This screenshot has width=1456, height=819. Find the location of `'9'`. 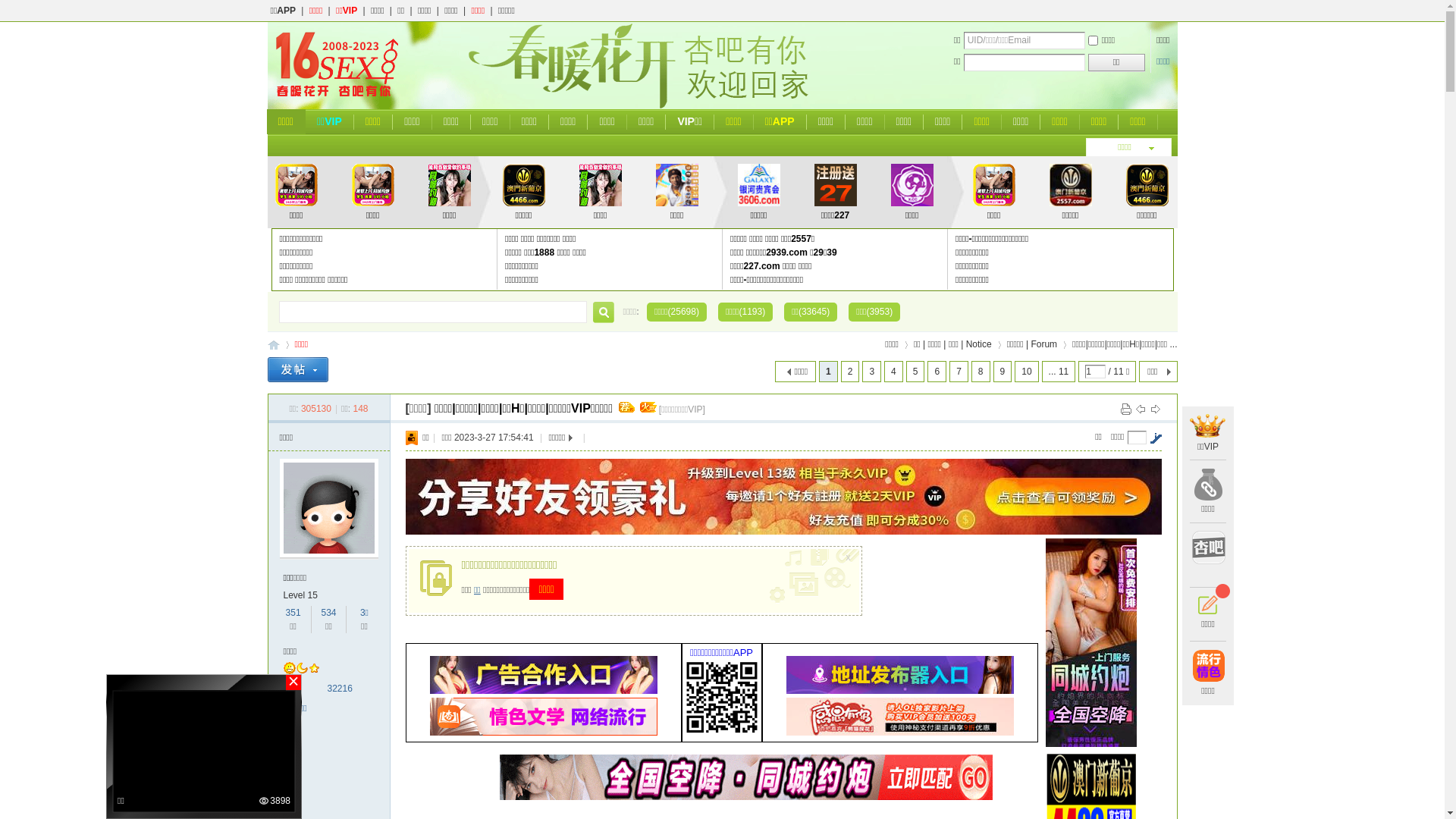

'9' is located at coordinates (993, 371).